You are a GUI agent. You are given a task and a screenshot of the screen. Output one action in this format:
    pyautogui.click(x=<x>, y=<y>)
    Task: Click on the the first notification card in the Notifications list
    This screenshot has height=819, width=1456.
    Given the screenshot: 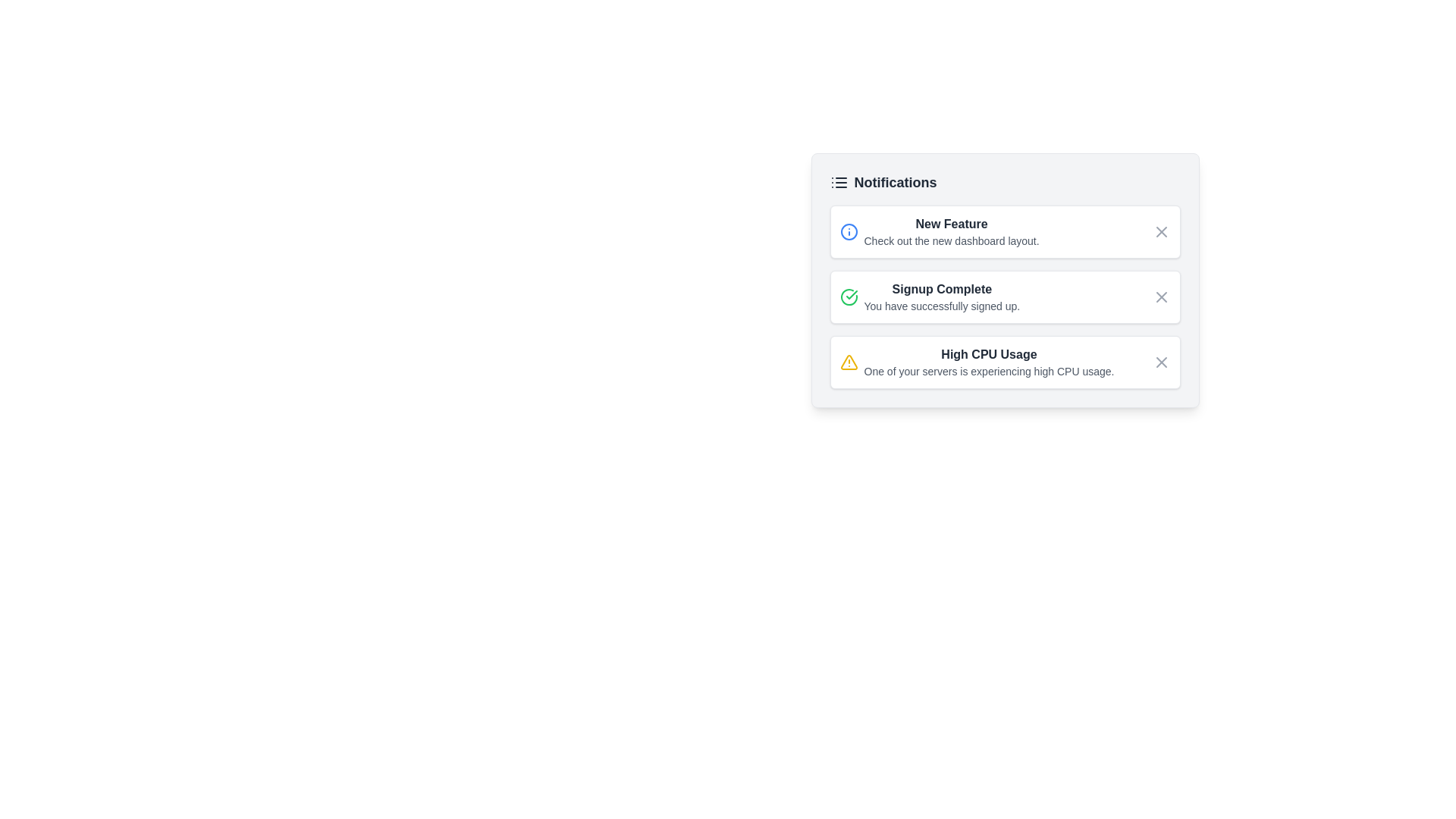 What is the action you would take?
    pyautogui.click(x=1005, y=231)
    